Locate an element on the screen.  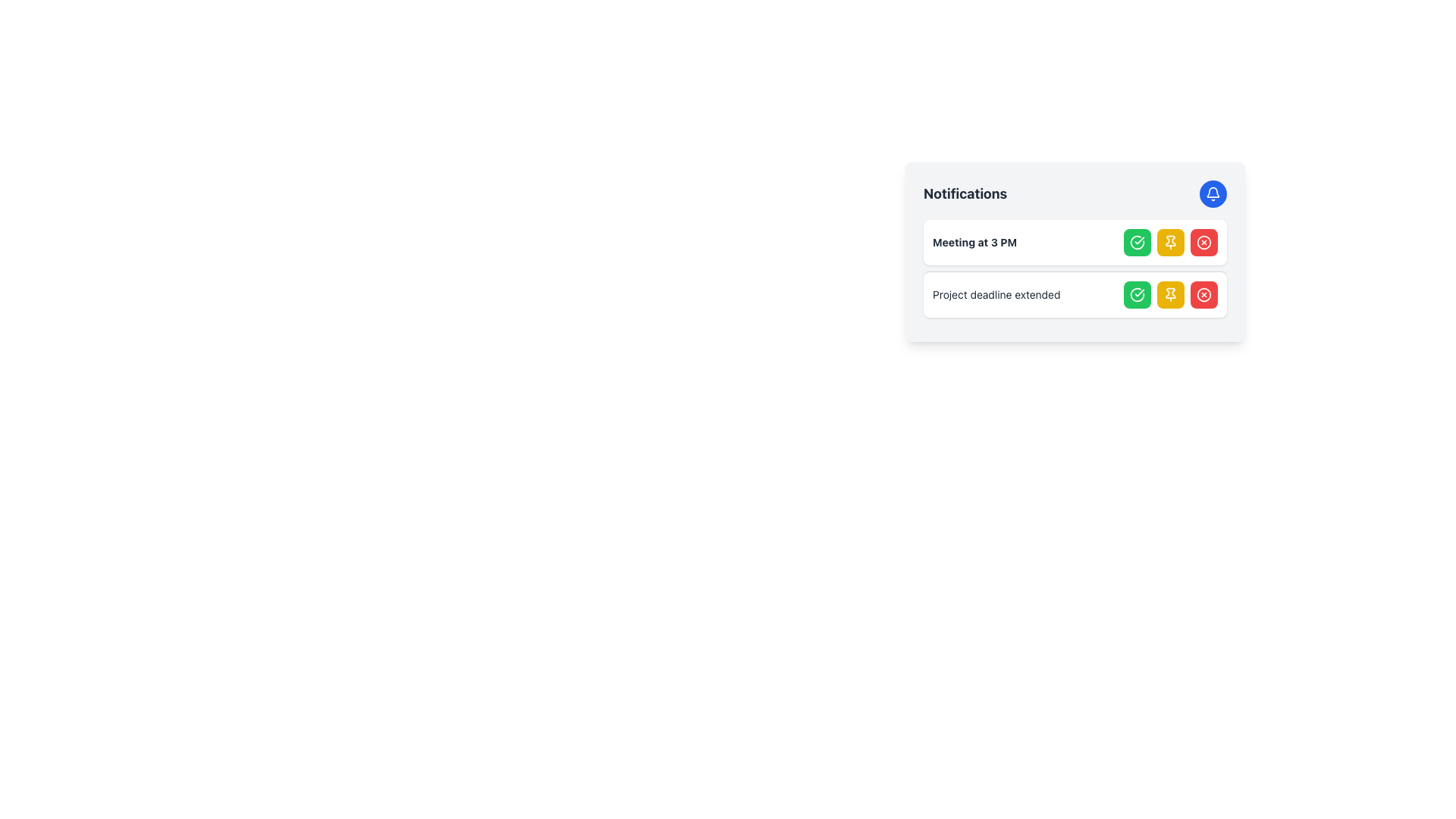
the blue circular bell button in the Notifications section is located at coordinates (1074, 193).